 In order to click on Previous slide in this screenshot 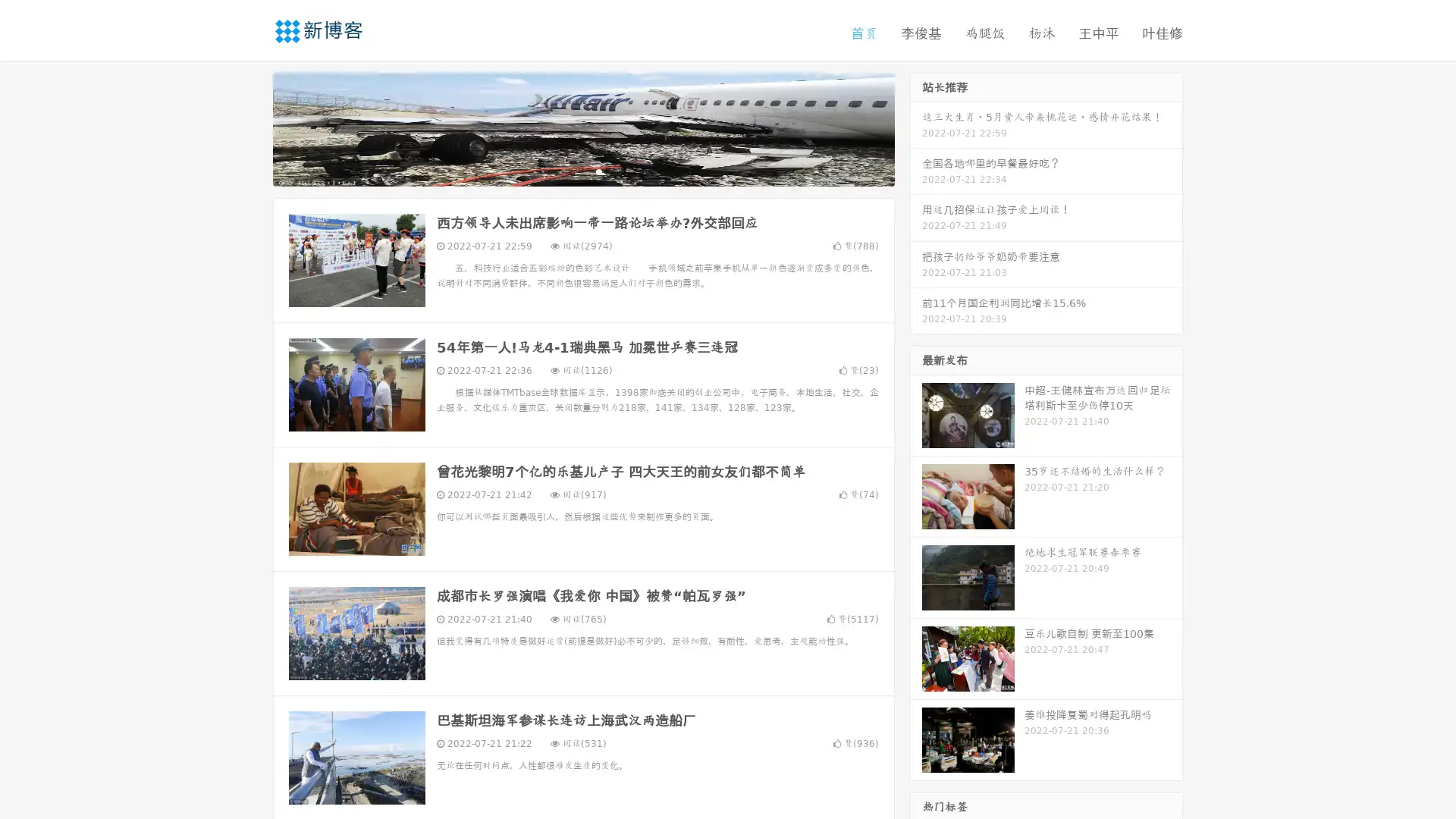, I will do `click(250, 127)`.